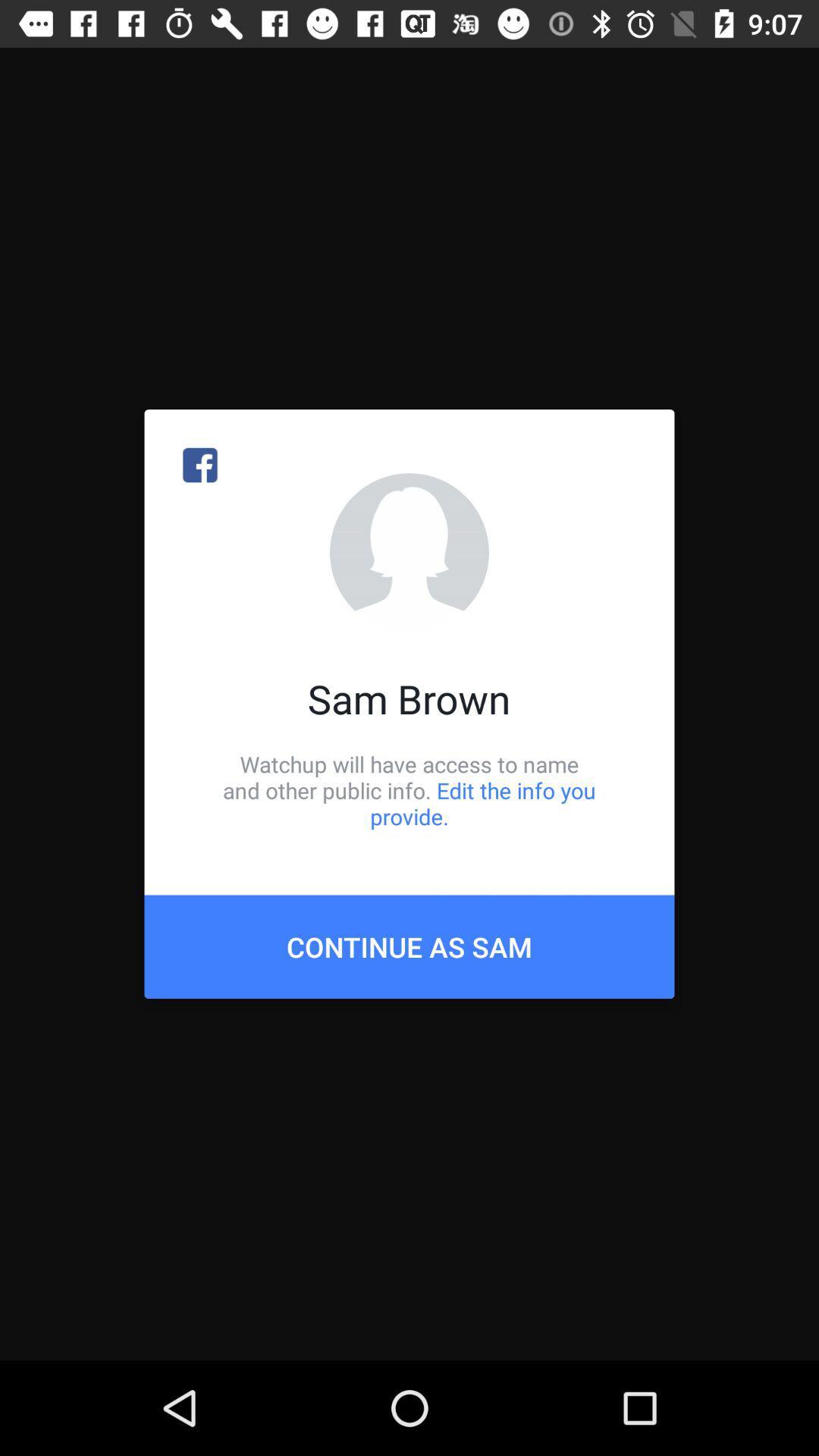 This screenshot has height=1456, width=819. What do you see at coordinates (409, 789) in the screenshot?
I see `the icon above the continue as sam item` at bounding box center [409, 789].